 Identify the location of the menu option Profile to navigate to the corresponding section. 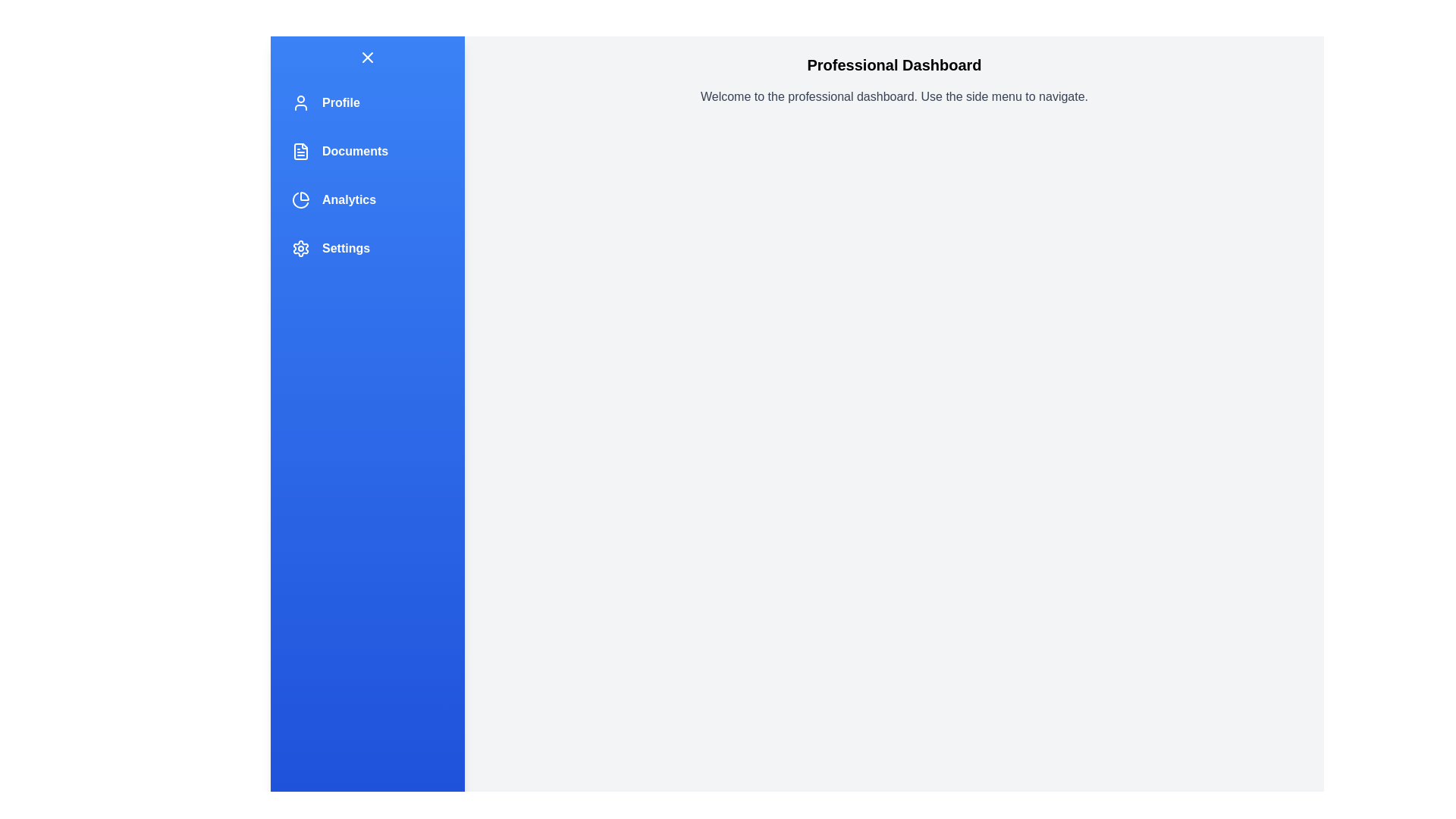
(367, 102).